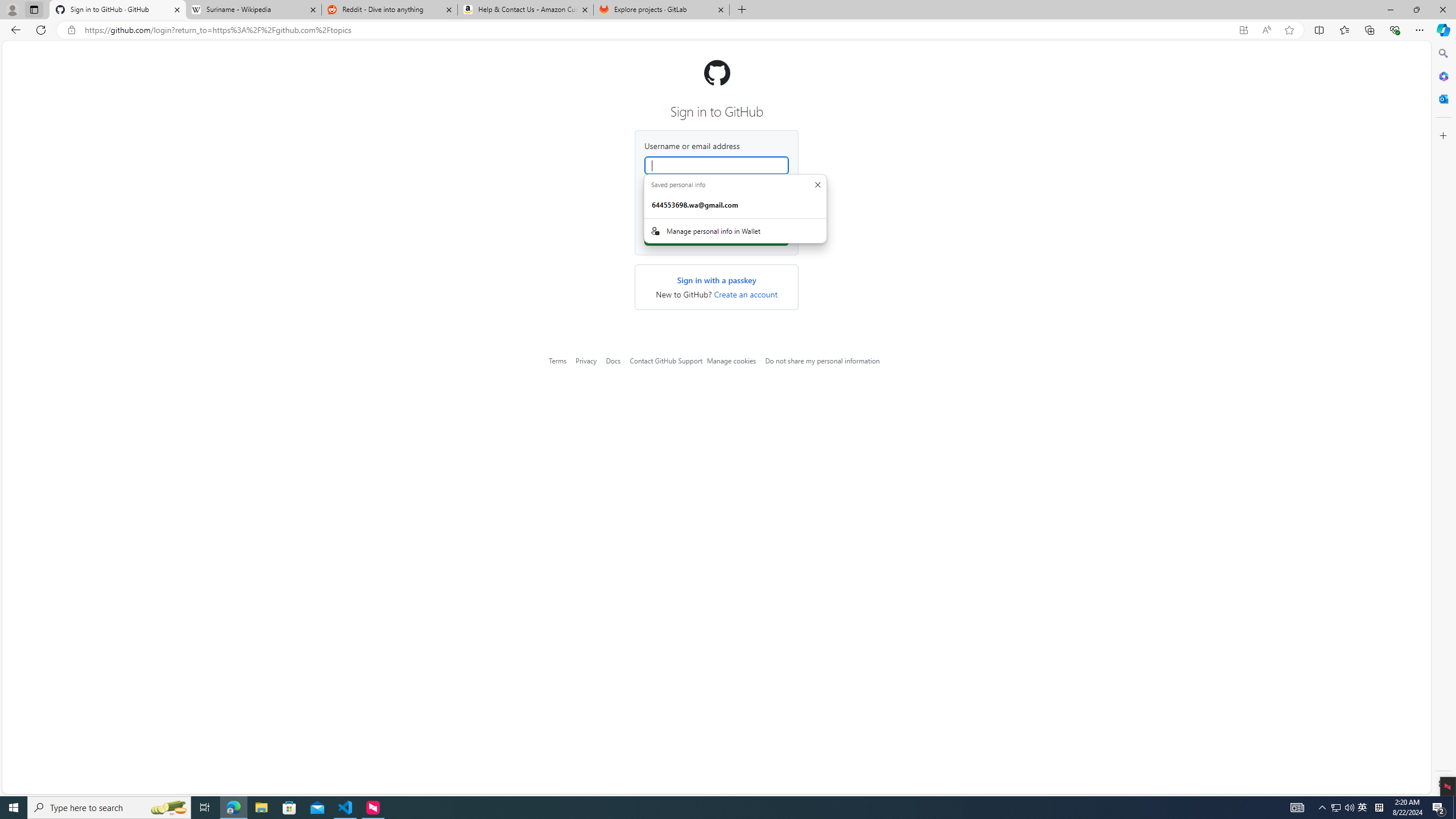 The height and width of the screenshot is (819, 1456). What do you see at coordinates (716, 279) in the screenshot?
I see `'Sign in with a passkey'` at bounding box center [716, 279].